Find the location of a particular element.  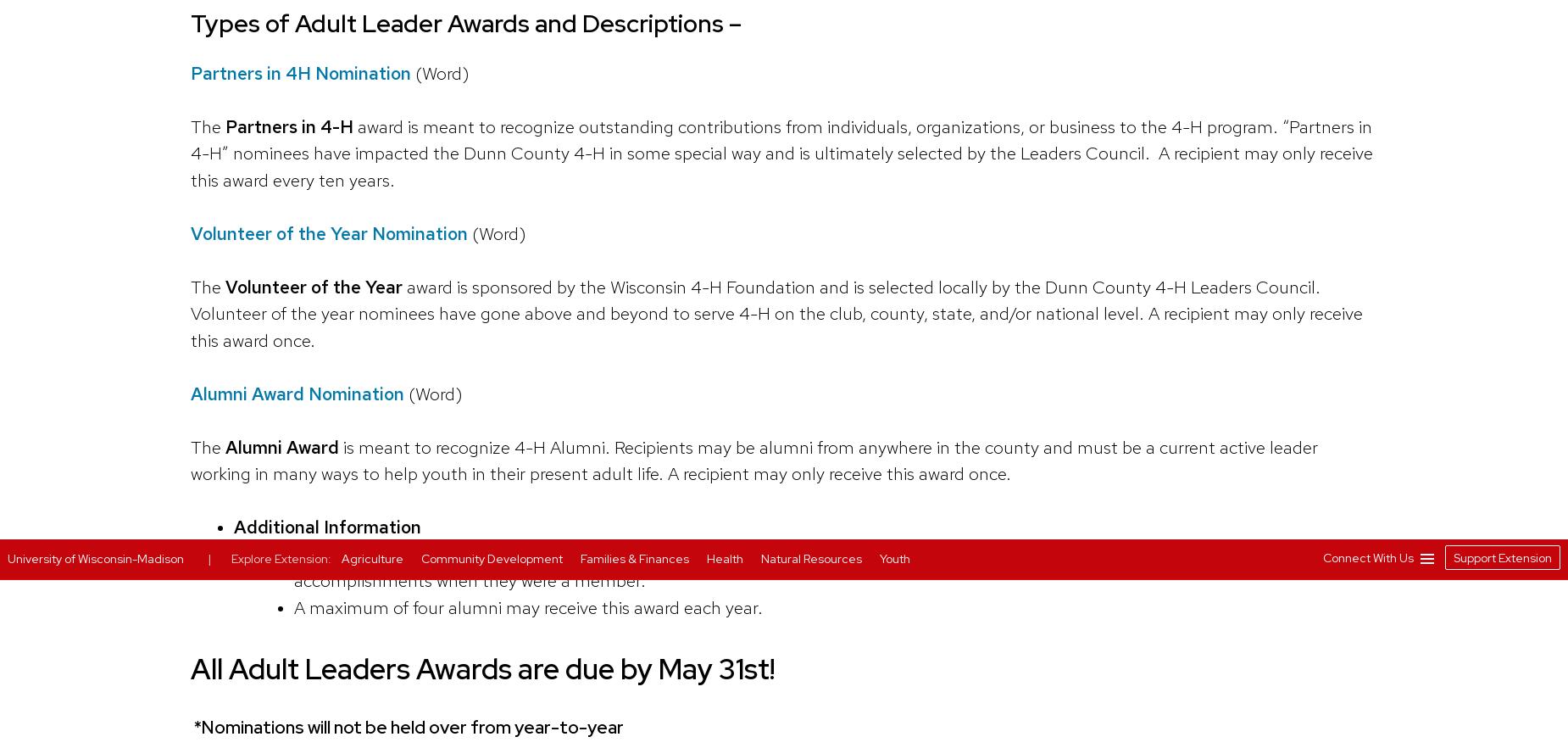

'Cookie Notice' is located at coordinates (81, 136).